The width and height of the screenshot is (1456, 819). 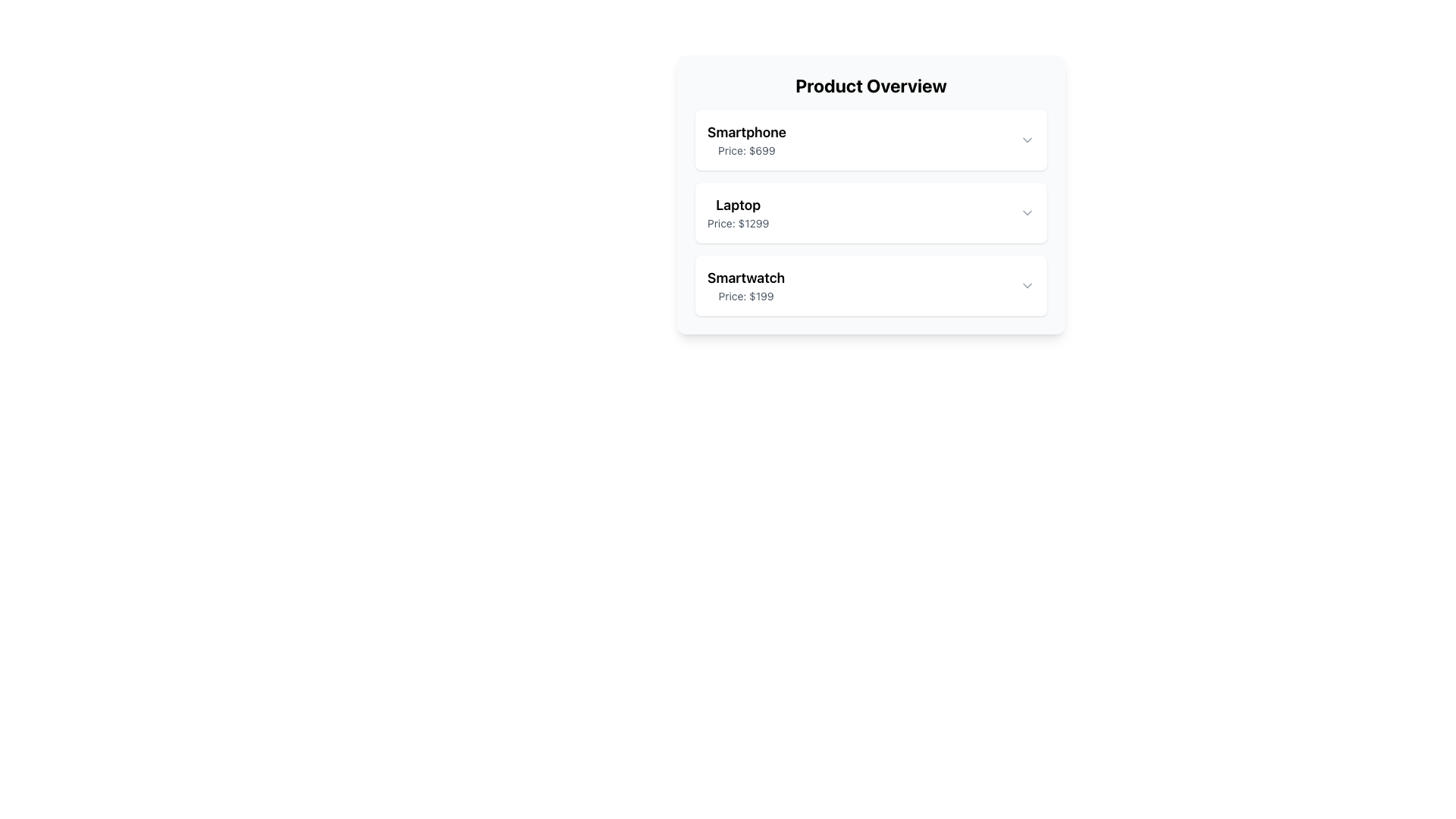 I want to click on the Text display element showing 'Smartphone' in bold and 'Price: $699' in smaller, gray text, which is the first item in the product list under 'Product Overview', so click(x=746, y=140).